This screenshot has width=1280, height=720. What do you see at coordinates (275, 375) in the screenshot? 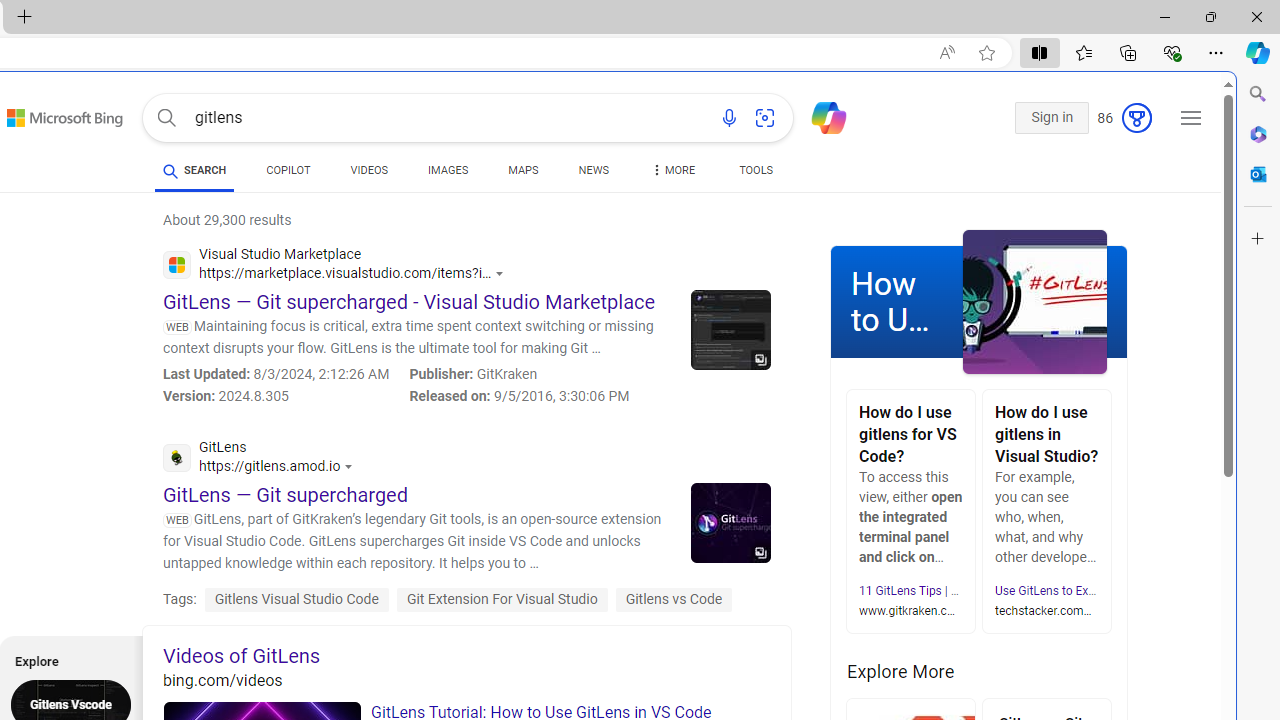
I see `'Last Updated: 8/3/2024, 2:12:26 AM'` at bounding box center [275, 375].